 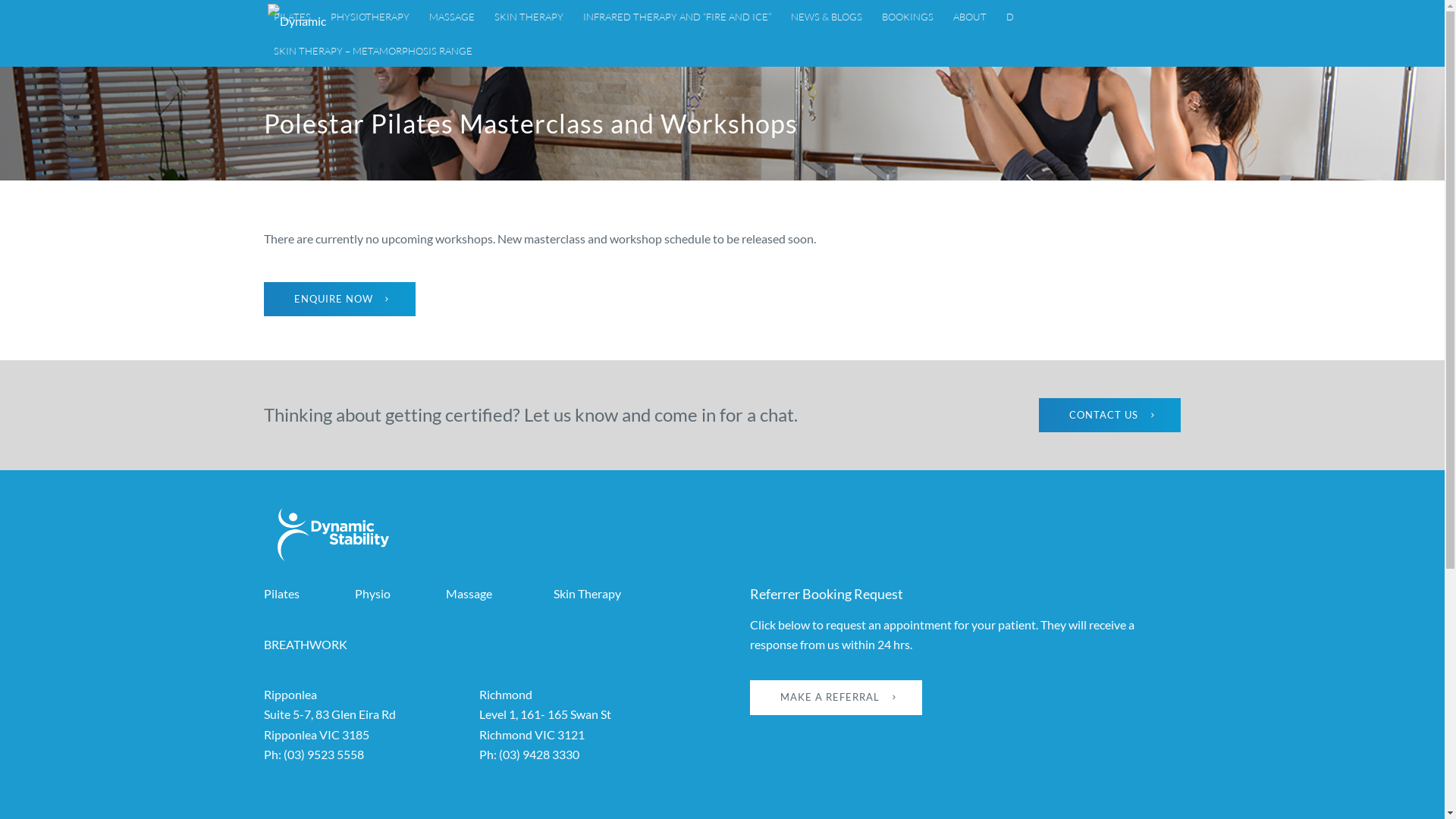 What do you see at coordinates (468, 592) in the screenshot?
I see `'Massage'` at bounding box center [468, 592].